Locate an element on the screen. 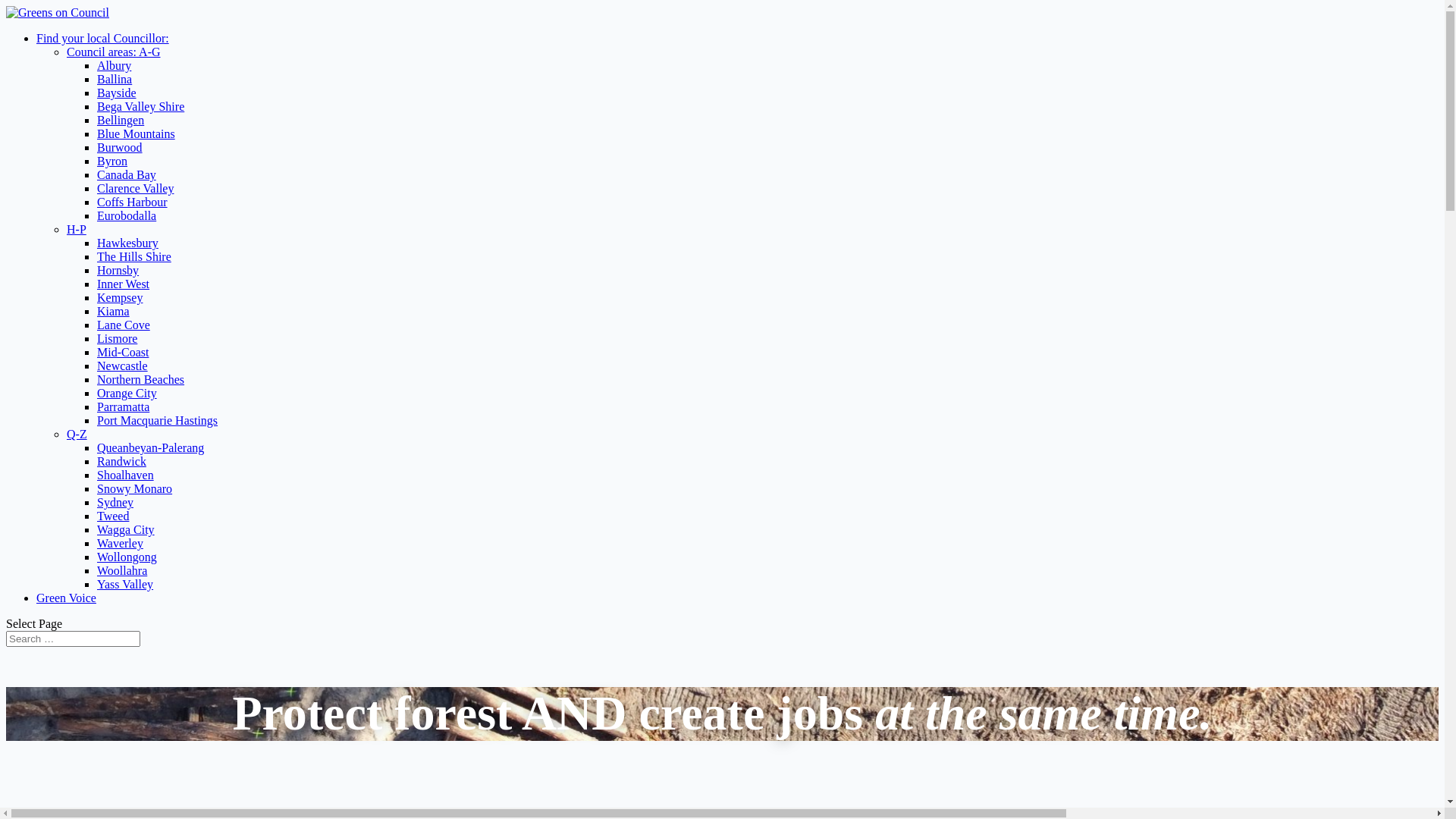 Image resolution: width=1456 pixels, height=819 pixels. 'Inner West' is located at coordinates (123, 284).